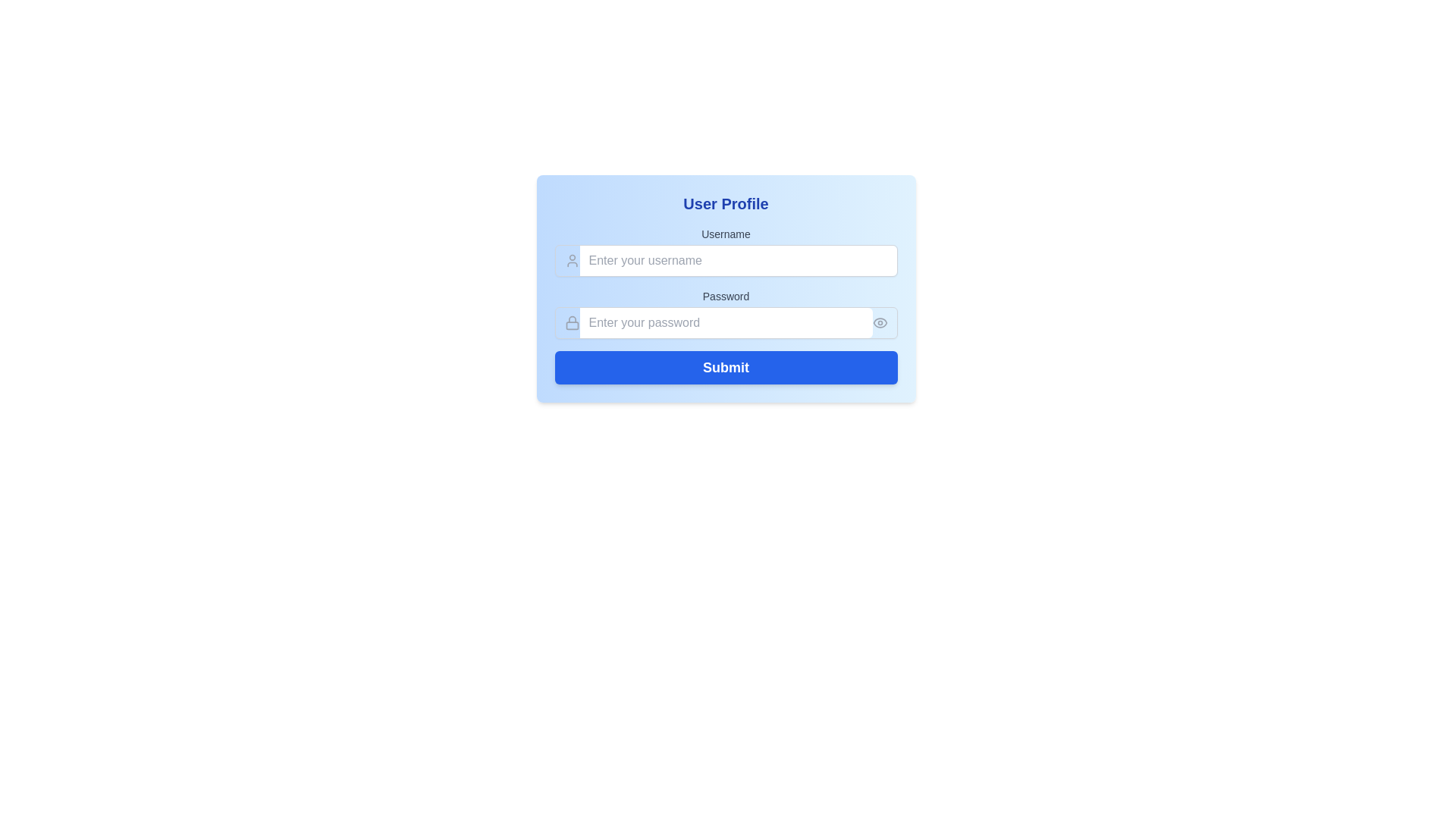  Describe the element at coordinates (566, 259) in the screenshot. I see `the user icon located to the left of the username input field in the User Profile form` at that location.